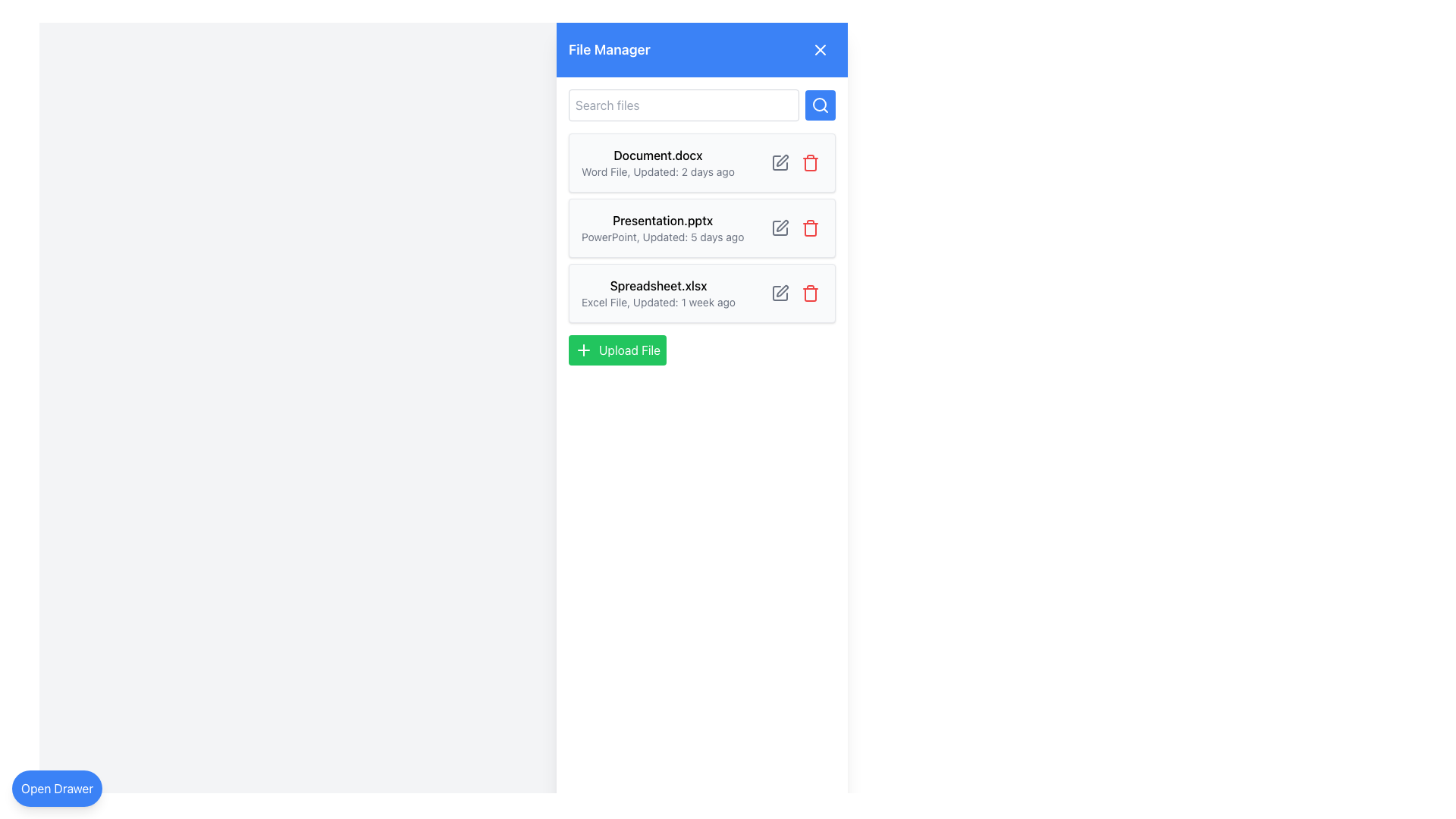 This screenshot has width=1456, height=819. Describe the element at coordinates (617, 350) in the screenshot. I see `the 'Upload File' button with a green background and white text located at the bottom of the file list in the 'File Manager' interface to observe styling changes` at that location.